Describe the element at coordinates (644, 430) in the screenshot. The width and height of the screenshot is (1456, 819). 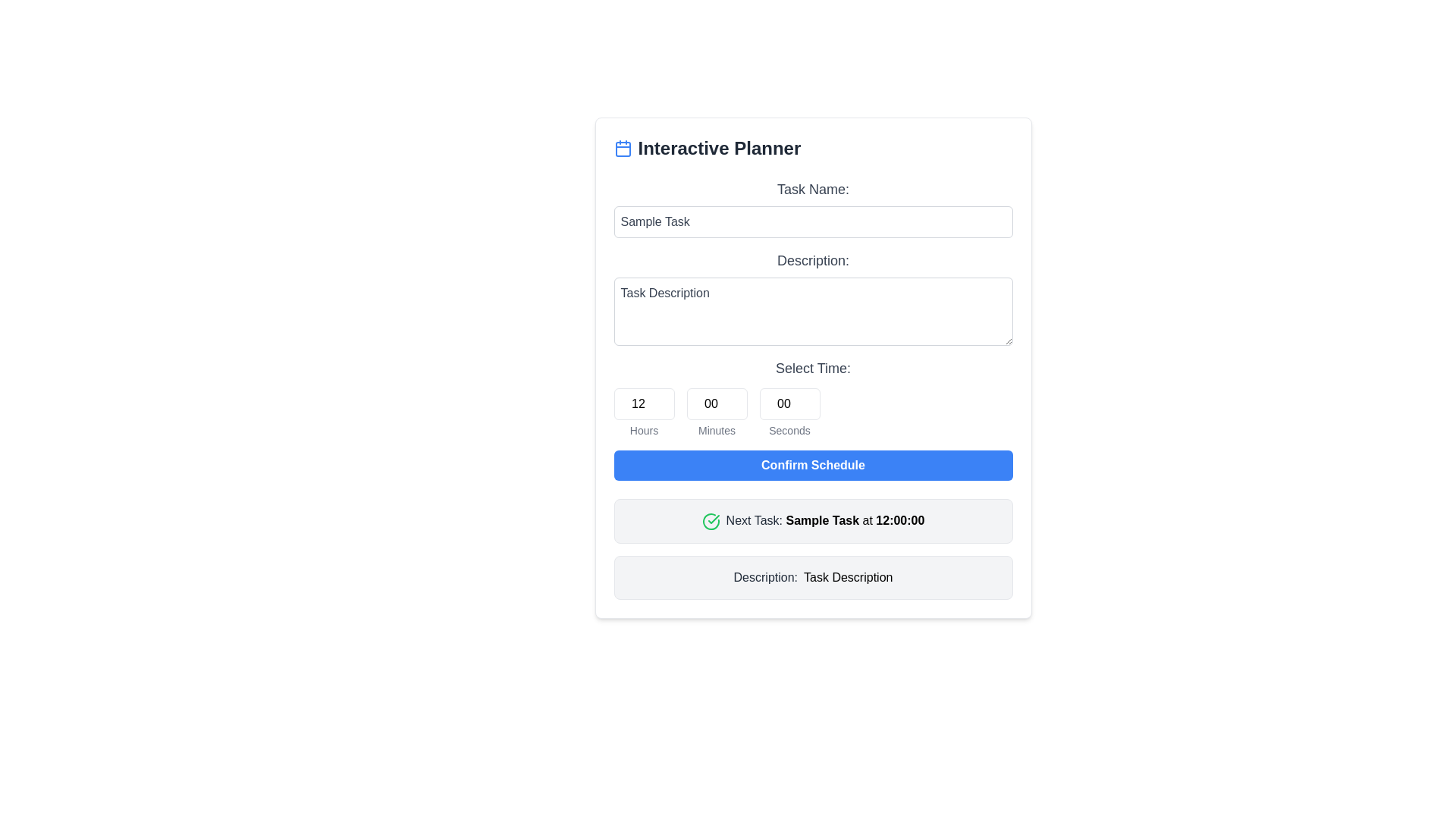
I see `the text label displaying 'Hours' in a small, gray font, which is located below the input field labeled '12' in the time selection section` at that location.